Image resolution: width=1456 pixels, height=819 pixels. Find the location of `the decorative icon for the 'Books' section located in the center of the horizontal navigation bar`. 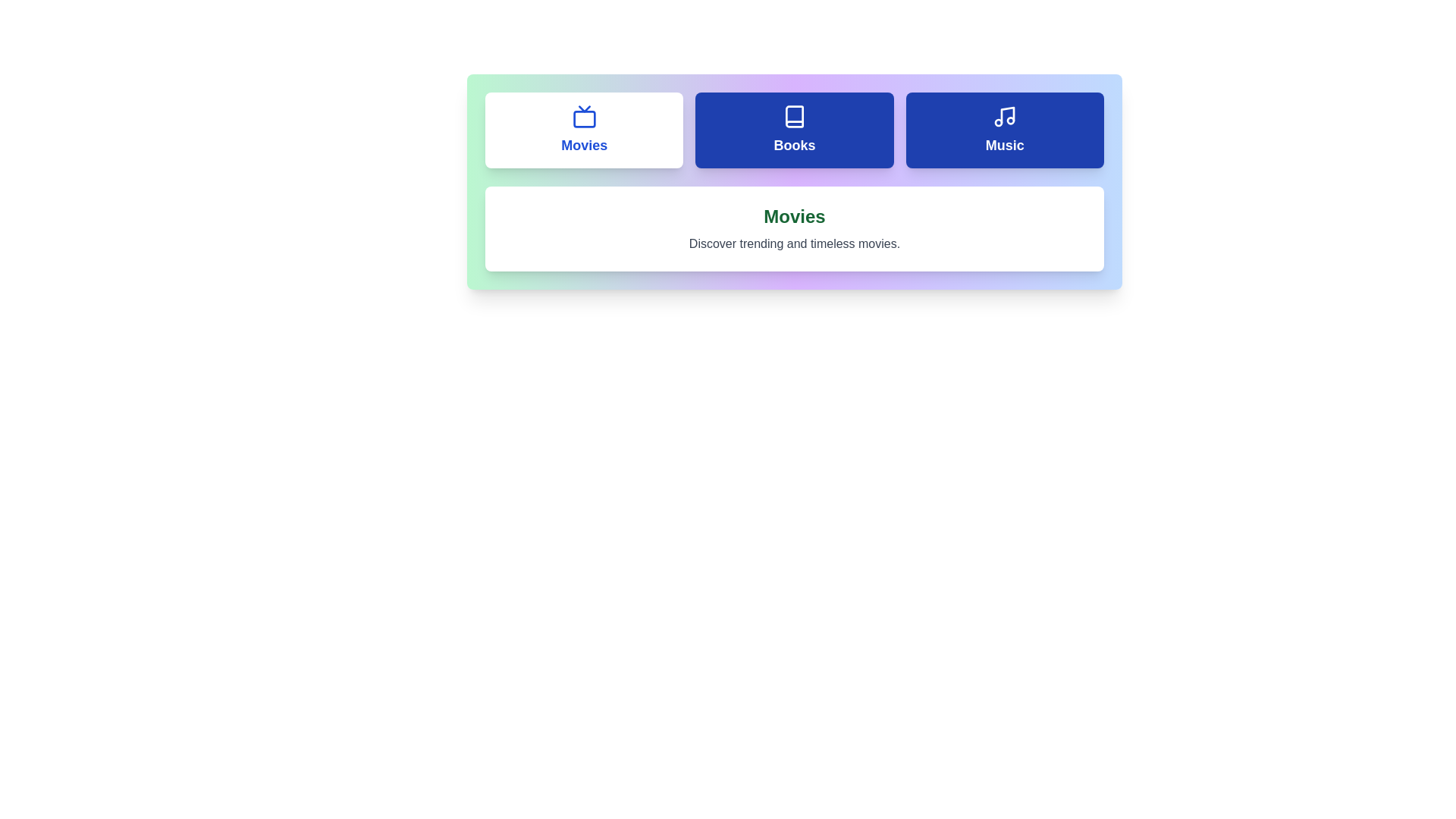

the decorative icon for the 'Books' section located in the center of the horizontal navigation bar is located at coordinates (793, 116).